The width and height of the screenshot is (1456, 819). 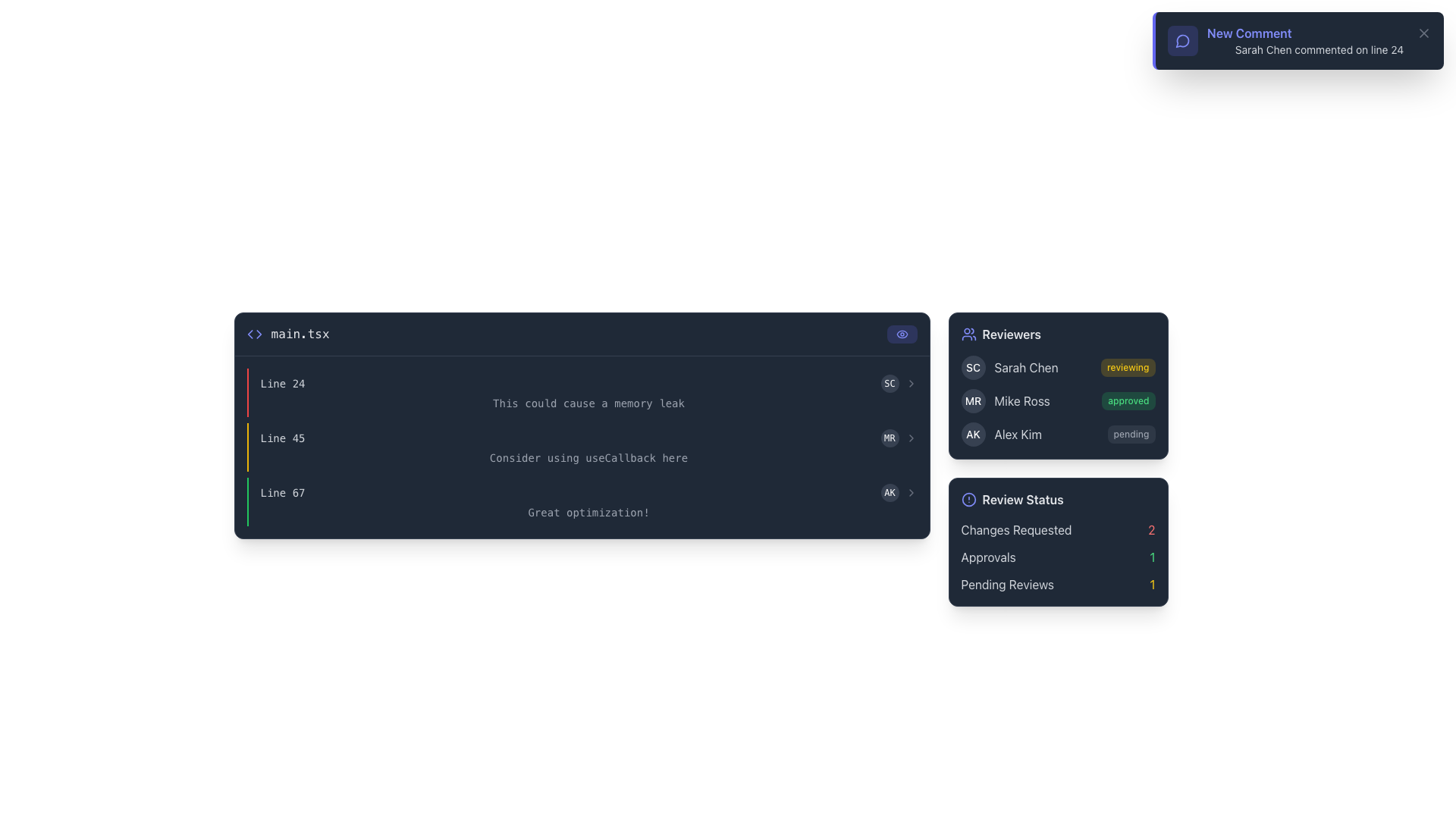 What do you see at coordinates (1131, 435) in the screenshot?
I see `the status label indicating 'pending' for the reviewer 'Alex Kim', located under the 'Reviewers' section, to the right of their name` at bounding box center [1131, 435].